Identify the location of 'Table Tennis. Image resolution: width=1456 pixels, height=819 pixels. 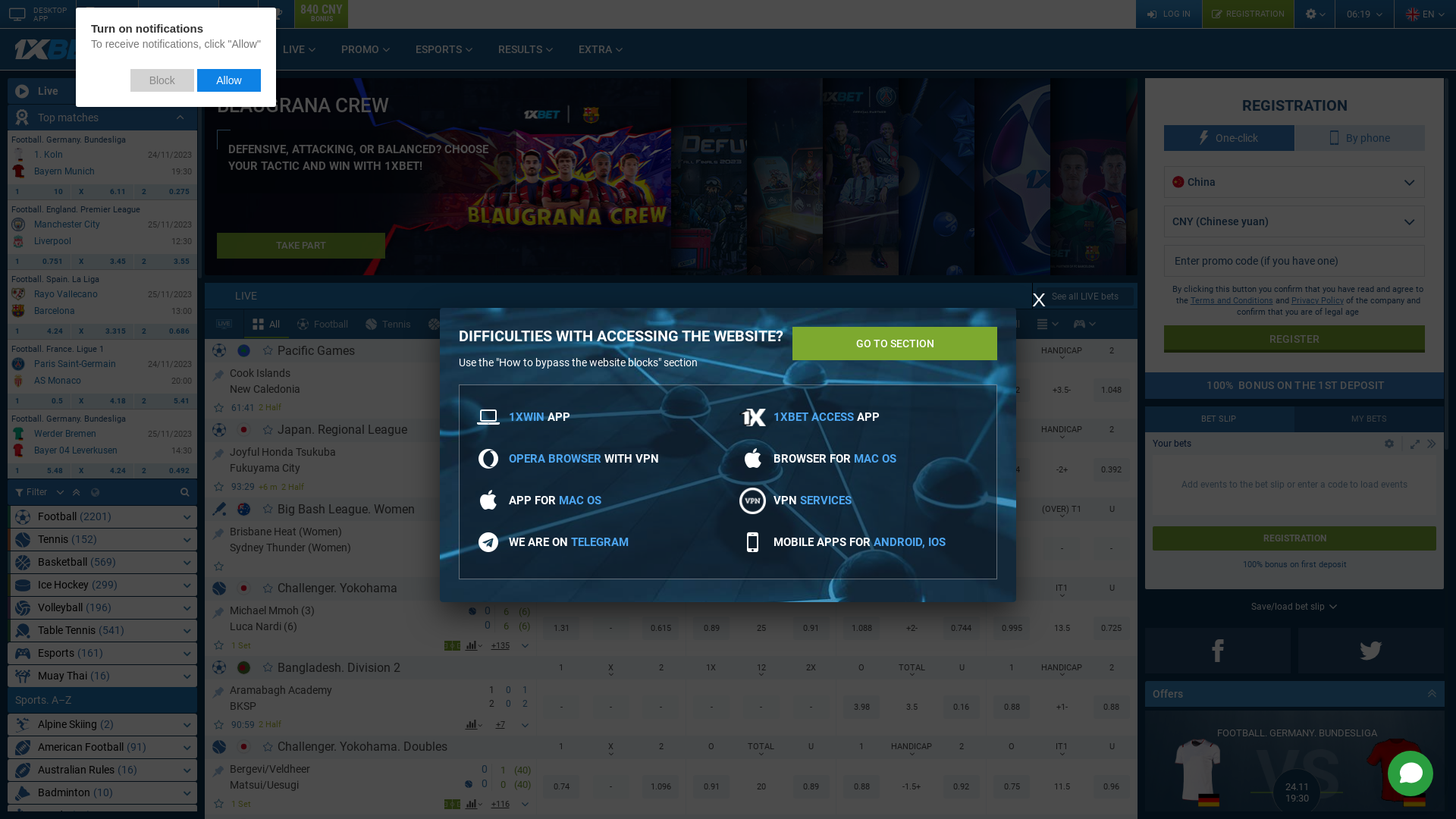
(101, 630).